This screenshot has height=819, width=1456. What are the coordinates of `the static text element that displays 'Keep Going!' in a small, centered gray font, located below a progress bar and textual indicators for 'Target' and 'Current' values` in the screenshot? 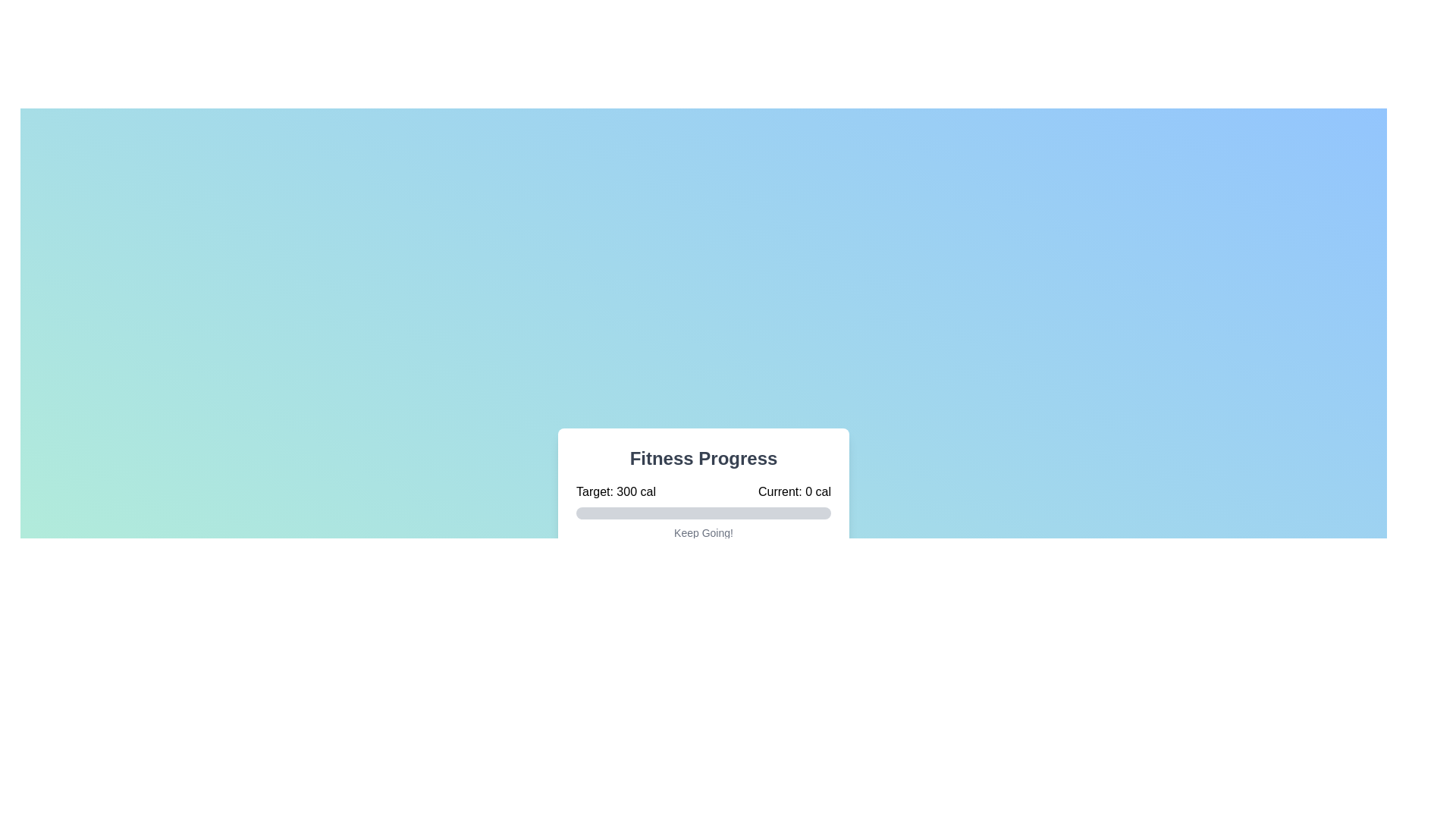 It's located at (702, 532).